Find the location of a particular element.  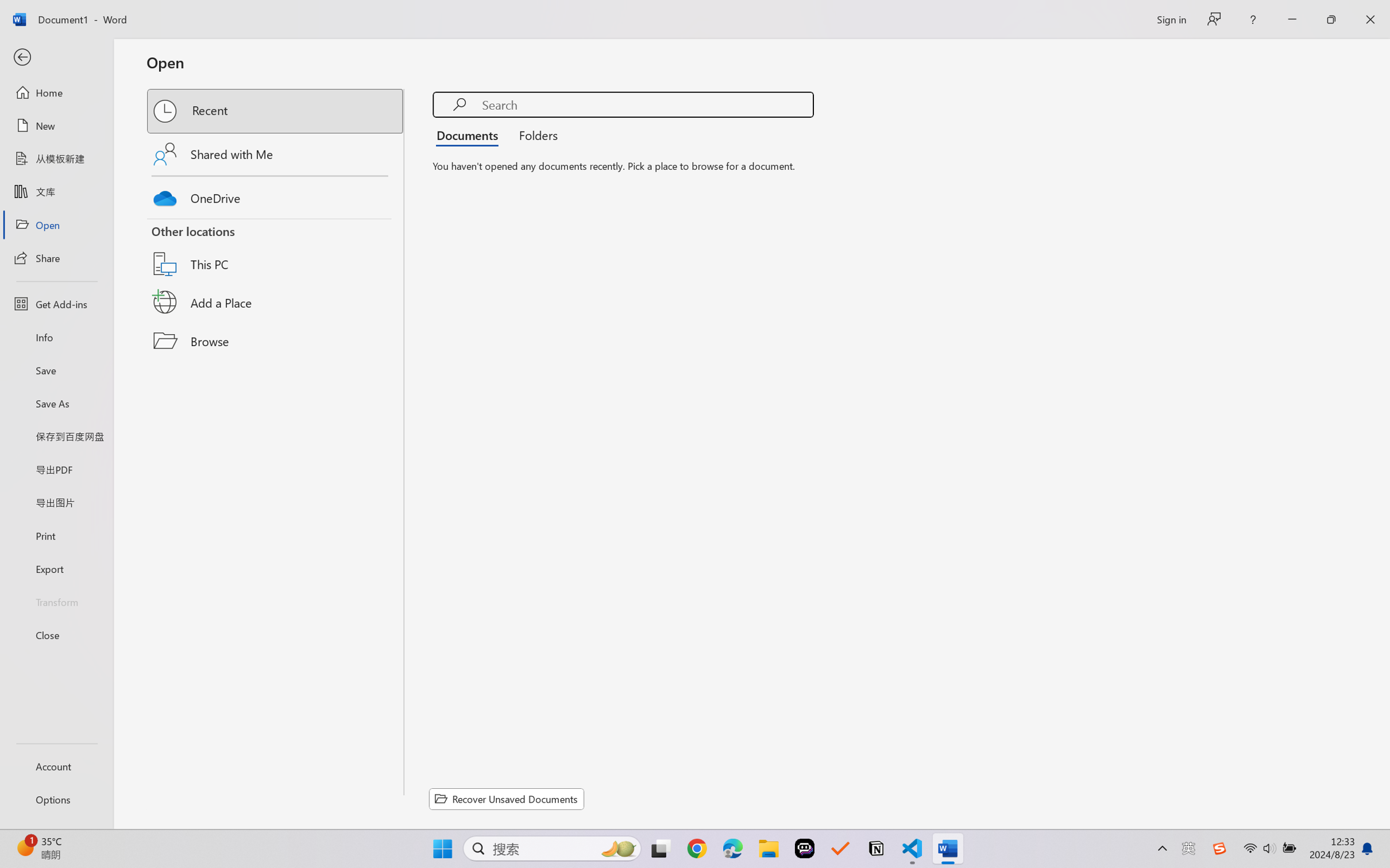

'Shared with Me' is located at coordinates (276, 153).